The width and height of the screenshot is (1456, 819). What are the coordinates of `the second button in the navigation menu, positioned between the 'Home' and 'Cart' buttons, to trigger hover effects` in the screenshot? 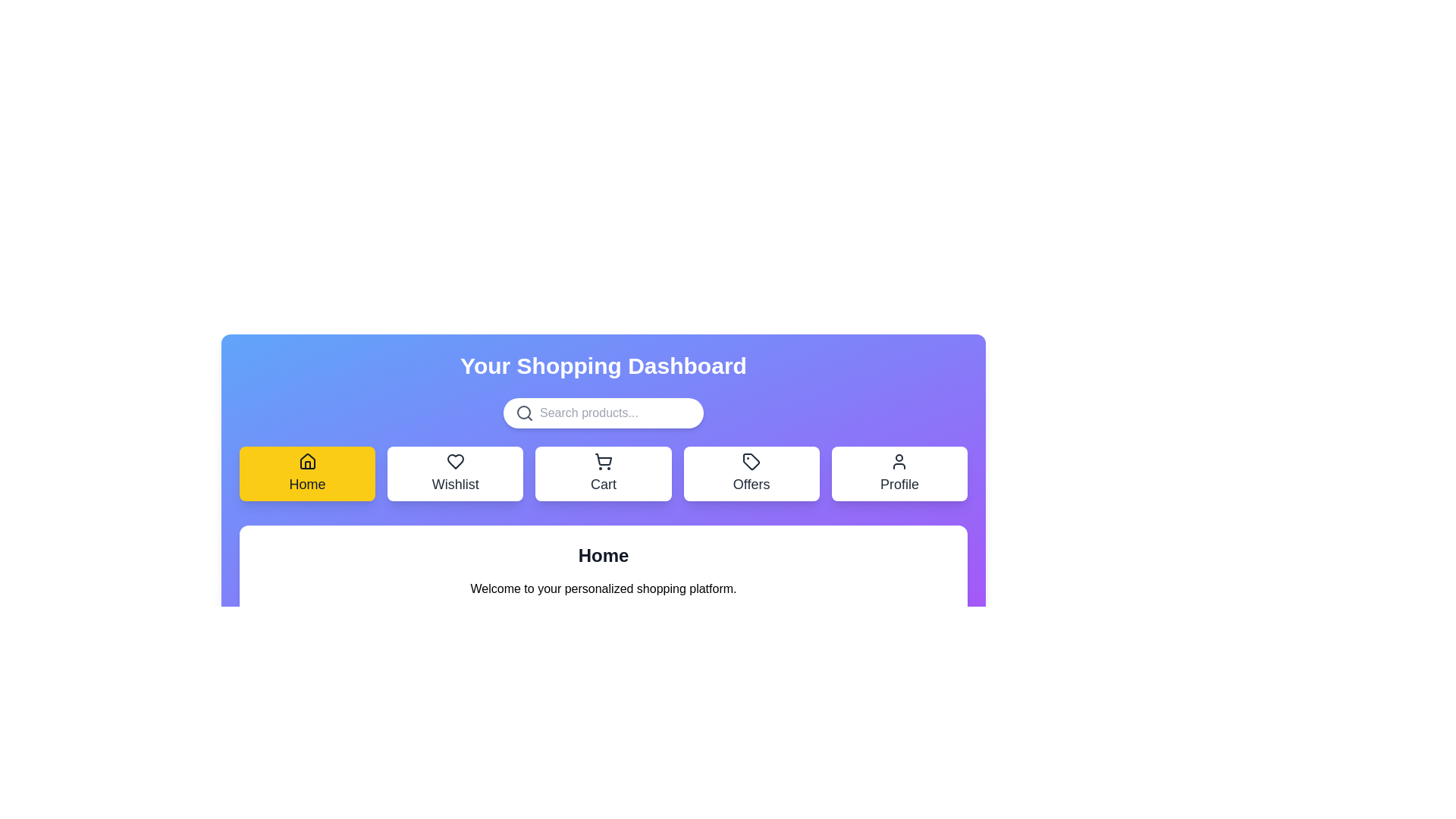 It's located at (454, 472).